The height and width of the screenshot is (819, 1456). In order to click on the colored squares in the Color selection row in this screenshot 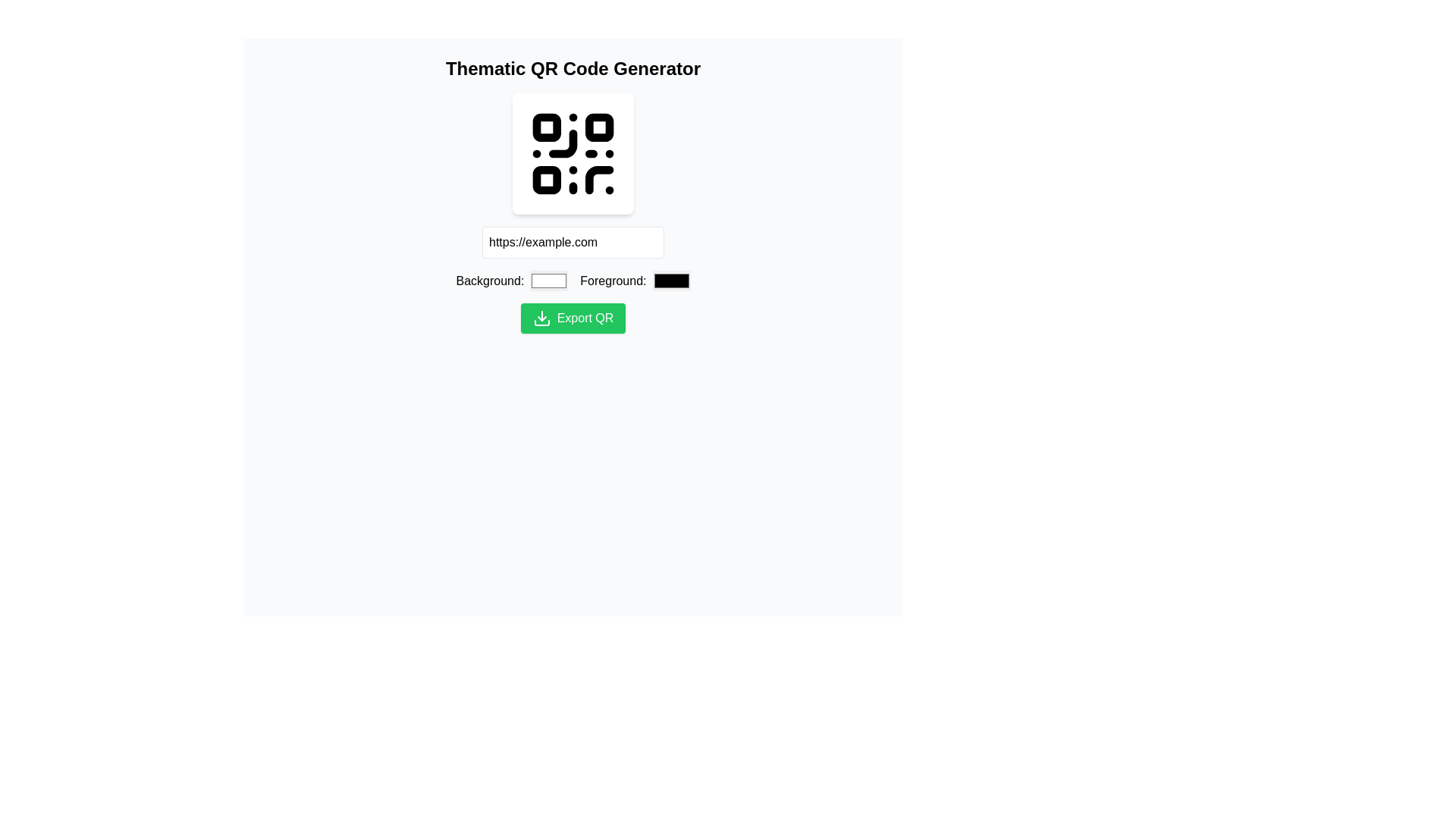, I will do `click(572, 281)`.